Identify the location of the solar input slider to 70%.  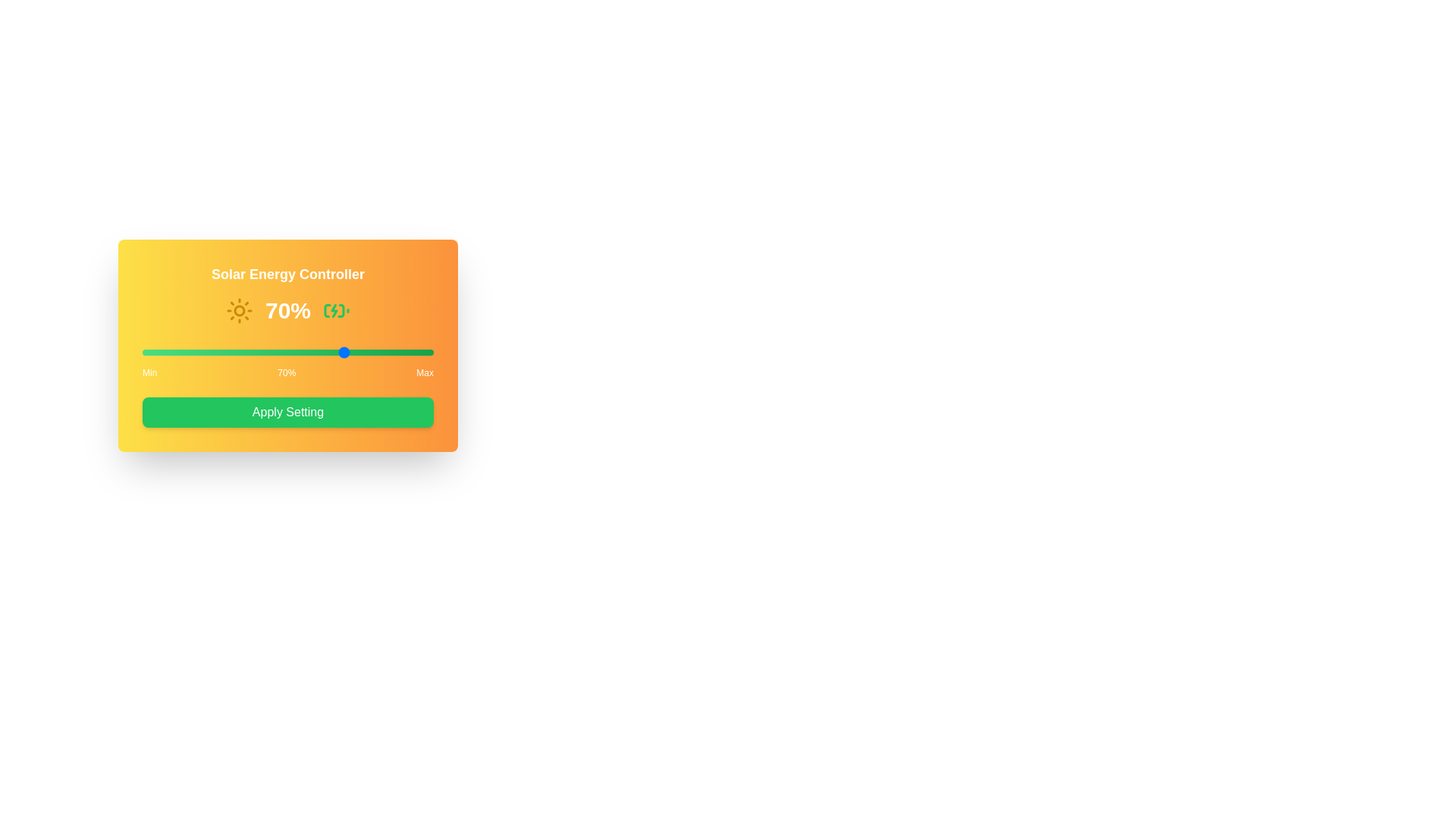
(345, 353).